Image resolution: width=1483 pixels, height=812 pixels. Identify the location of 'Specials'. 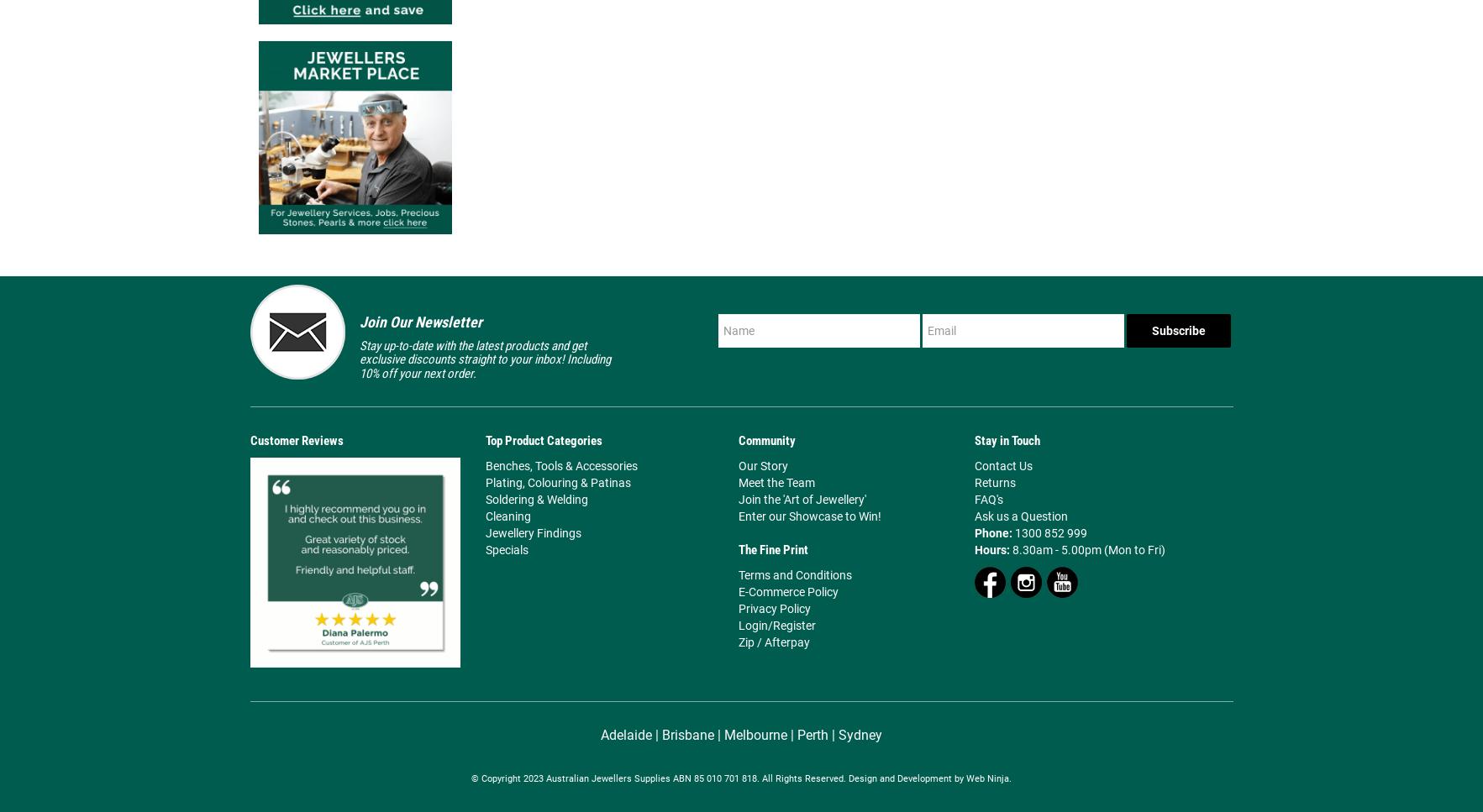
(506, 549).